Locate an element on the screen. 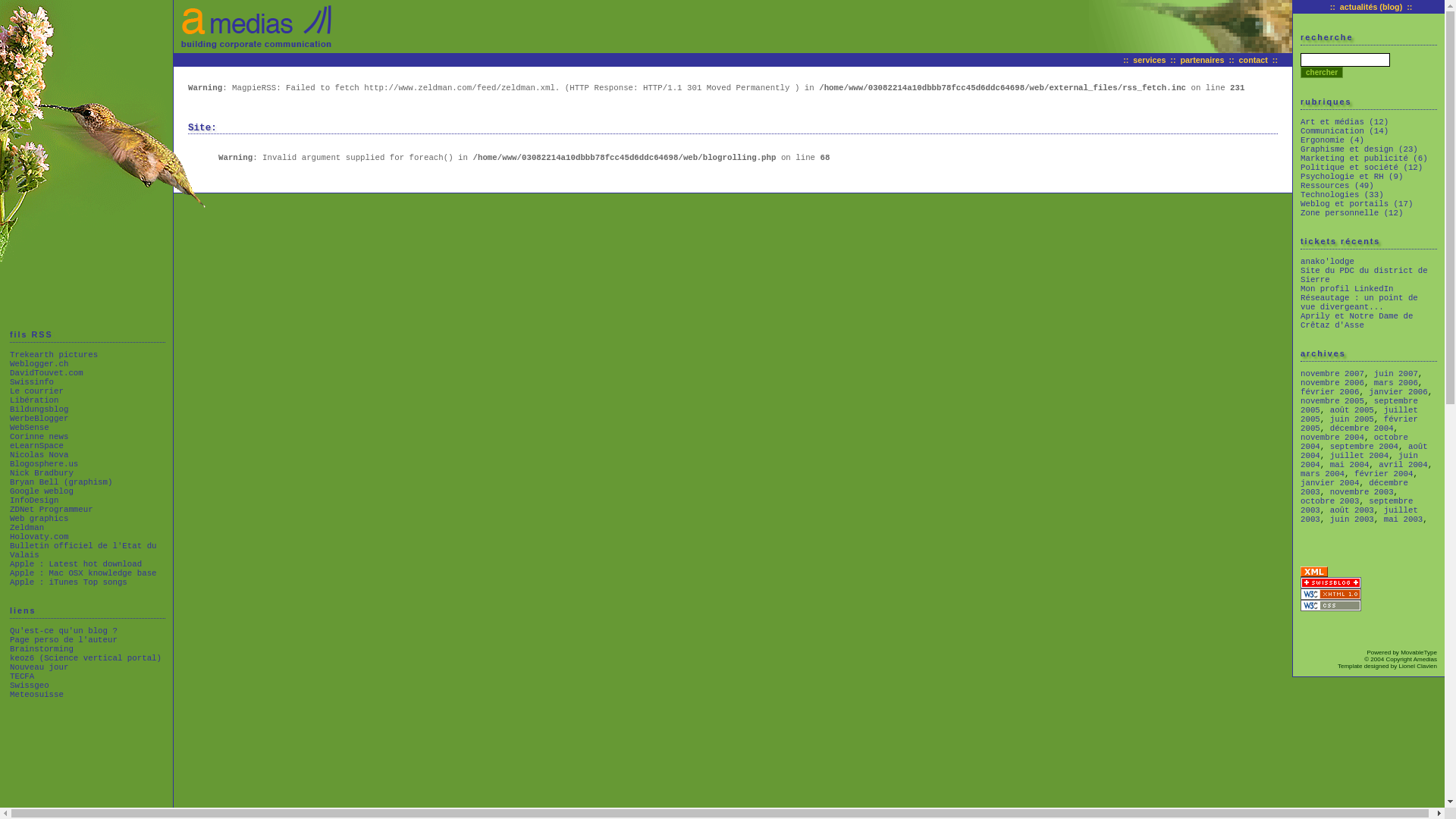  'juillet 2004' is located at coordinates (1359, 455).